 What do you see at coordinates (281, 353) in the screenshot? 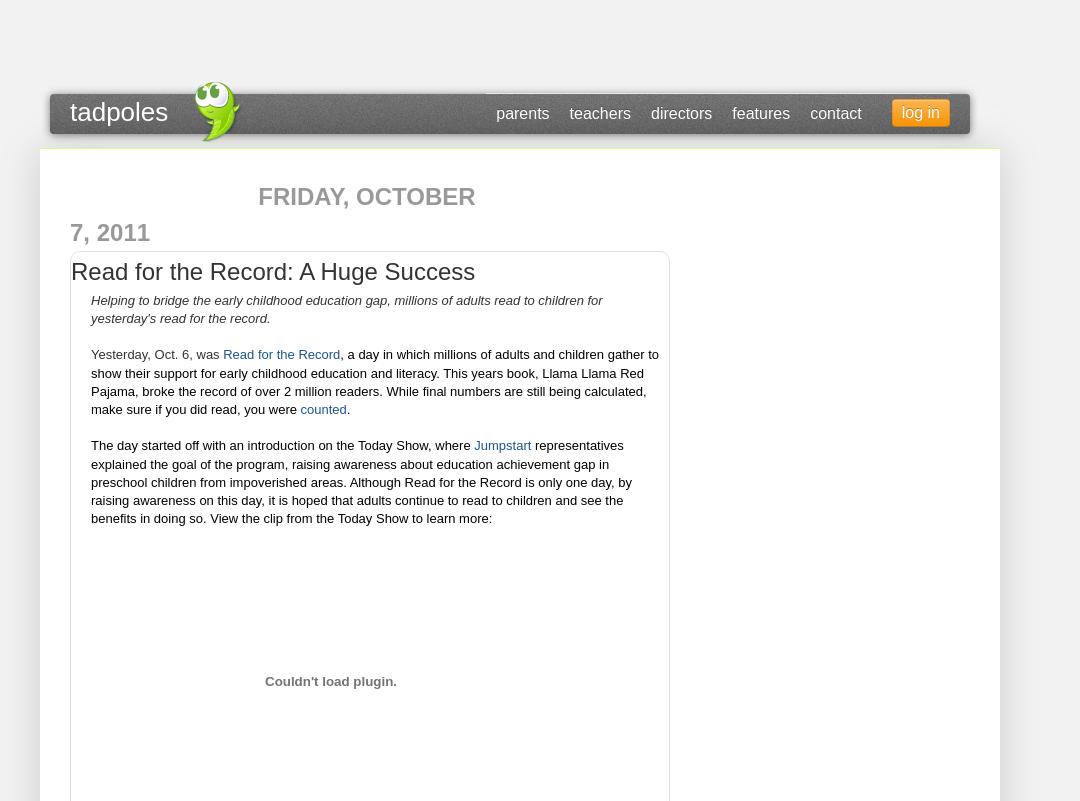
I see `'Read for the Record'` at bounding box center [281, 353].